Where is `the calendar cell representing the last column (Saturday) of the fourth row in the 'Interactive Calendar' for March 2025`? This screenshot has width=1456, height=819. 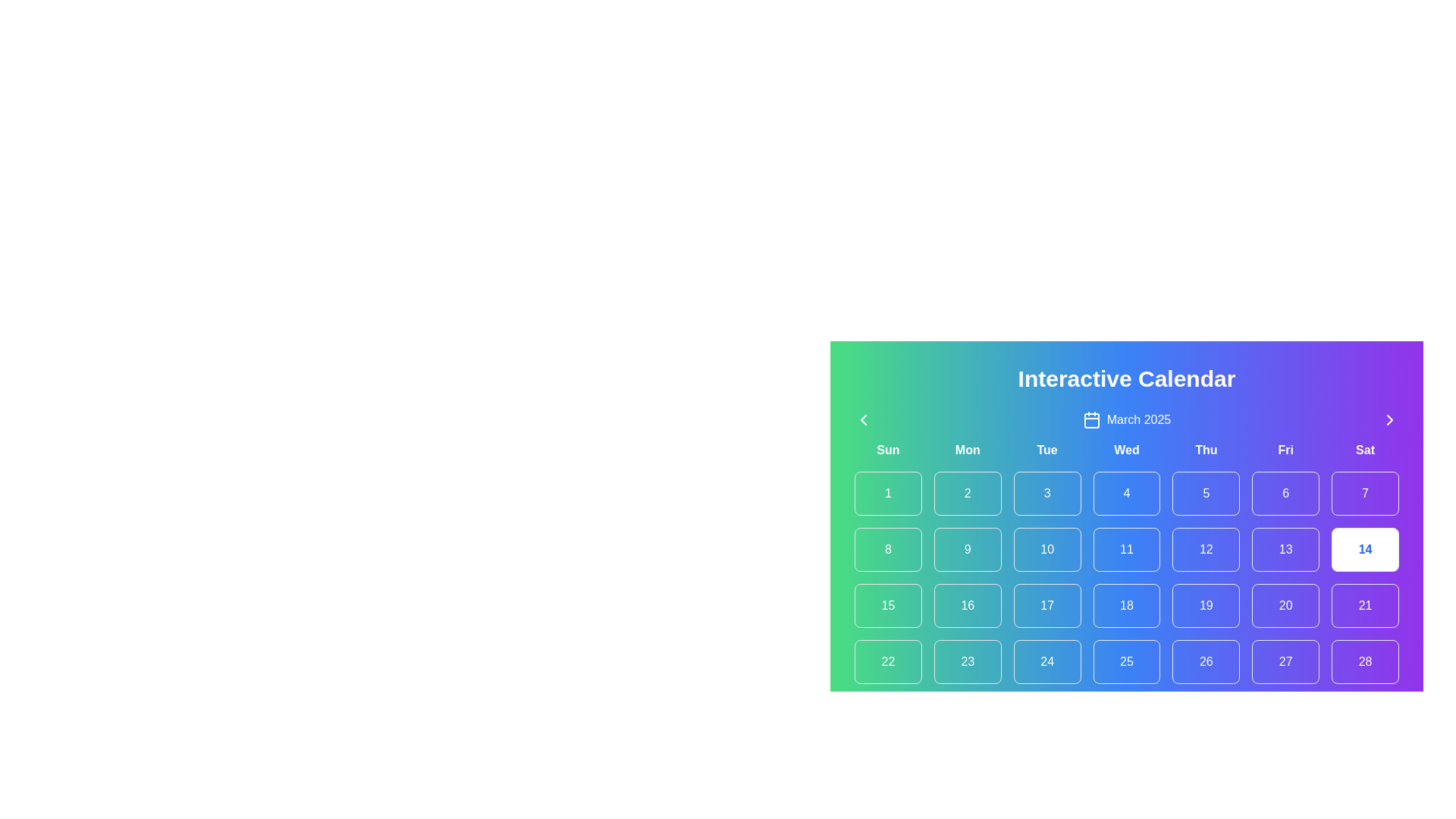
the calendar cell representing the last column (Saturday) of the fourth row in the 'Interactive Calendar' for March 2025 is located at coordinates (1365, 661).